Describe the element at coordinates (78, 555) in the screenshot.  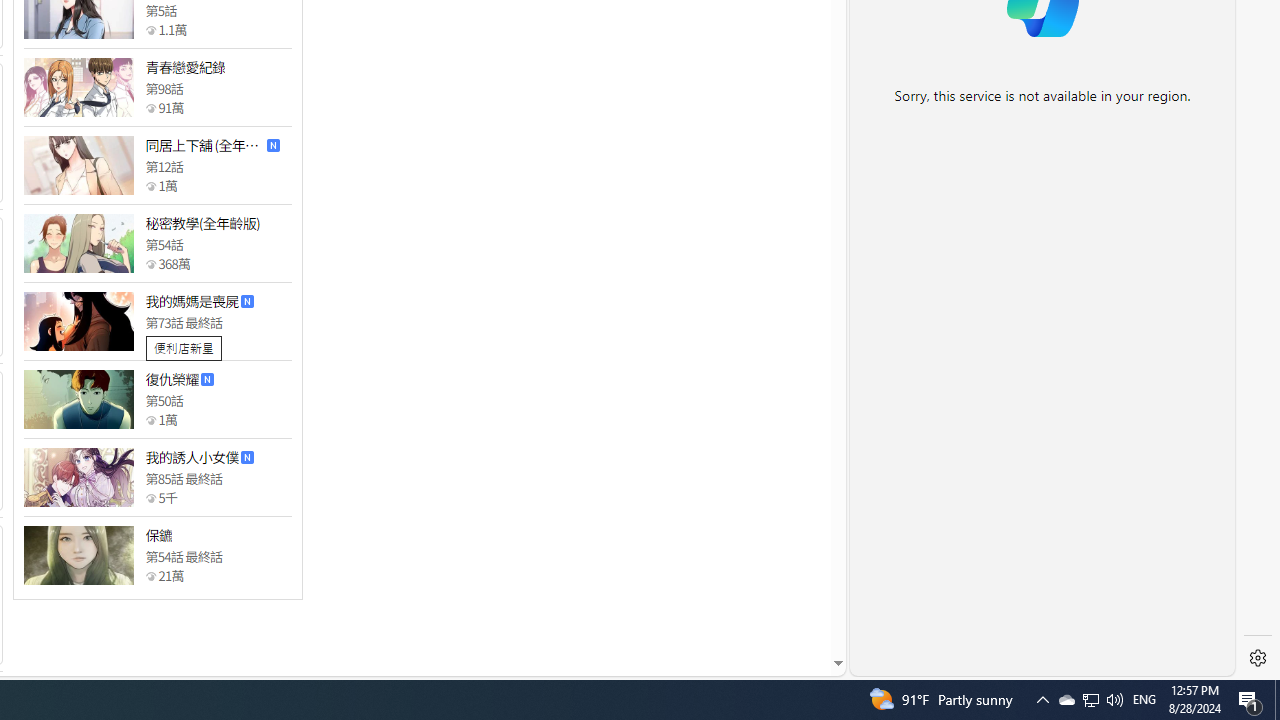
I see `'Class: thumb_img'` at that location.